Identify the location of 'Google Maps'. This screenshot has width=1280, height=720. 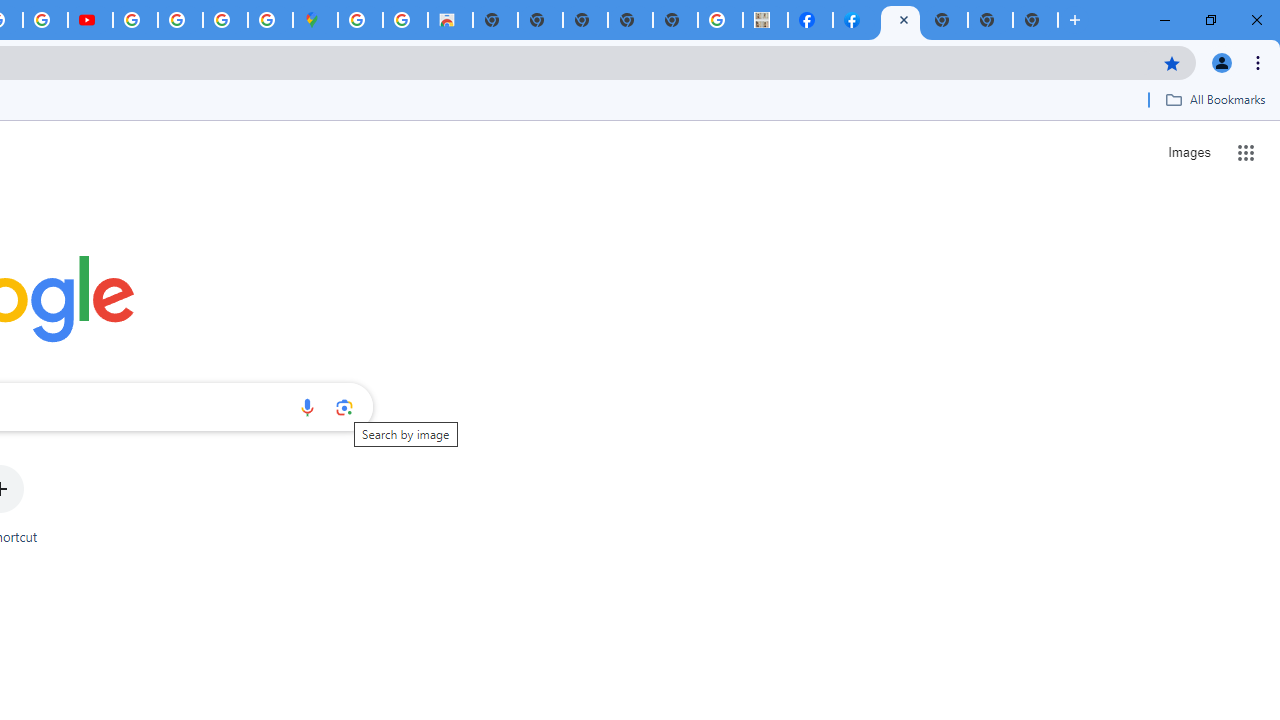
(314, 20).